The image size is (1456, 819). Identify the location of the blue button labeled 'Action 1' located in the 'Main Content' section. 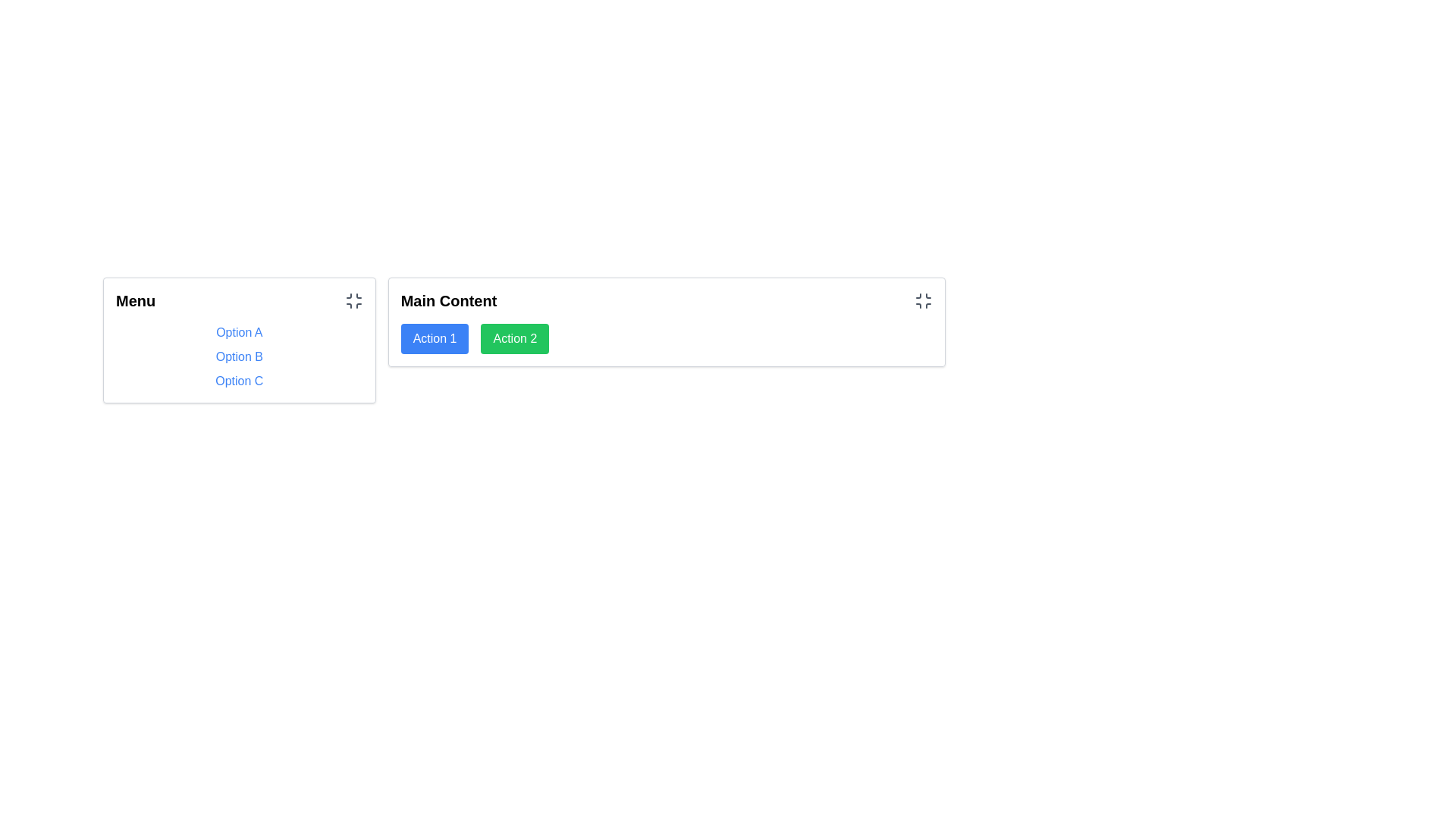
(434, 338).